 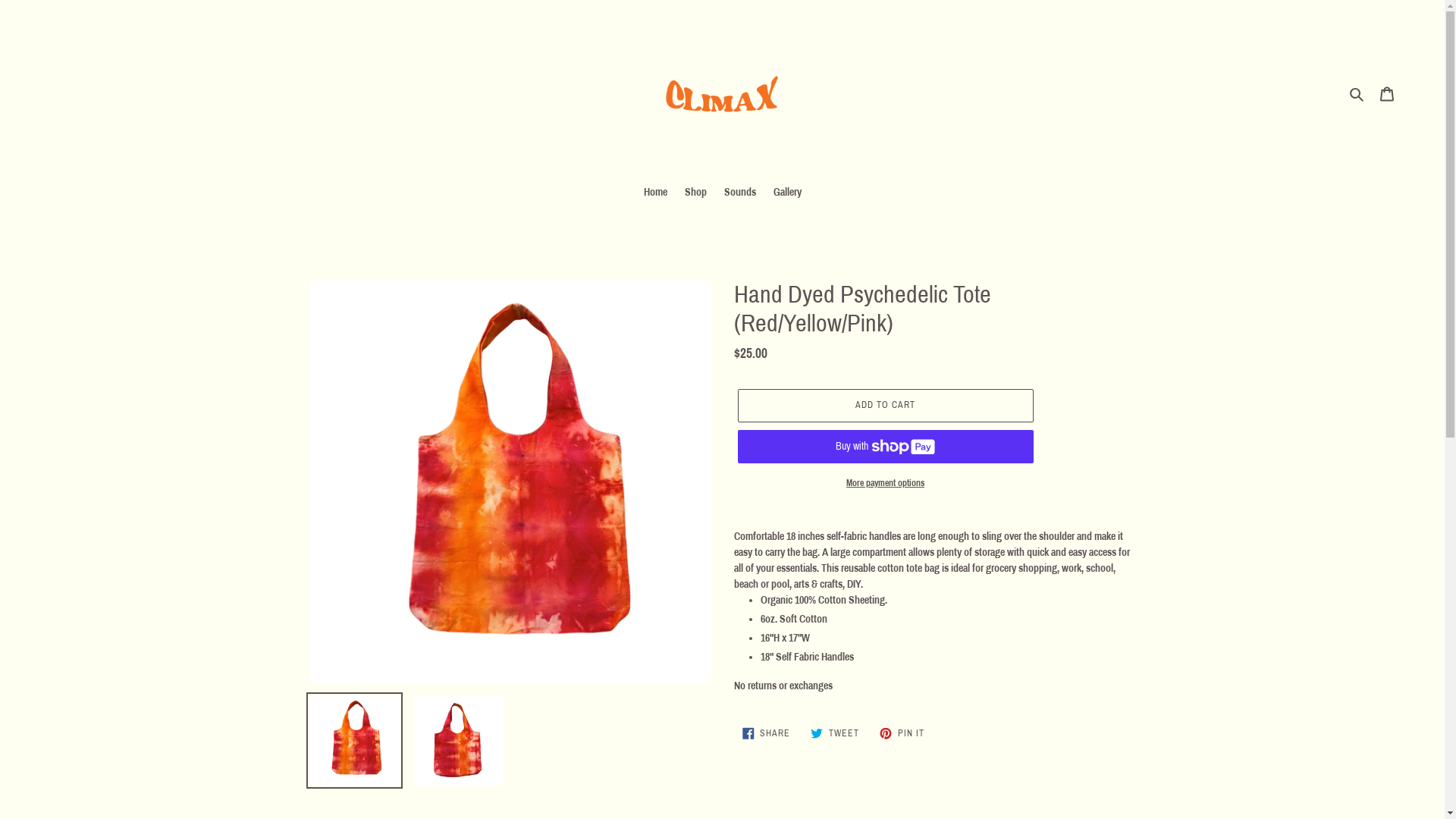 I want to click on 'Cart', so click(x=1386, y=93).